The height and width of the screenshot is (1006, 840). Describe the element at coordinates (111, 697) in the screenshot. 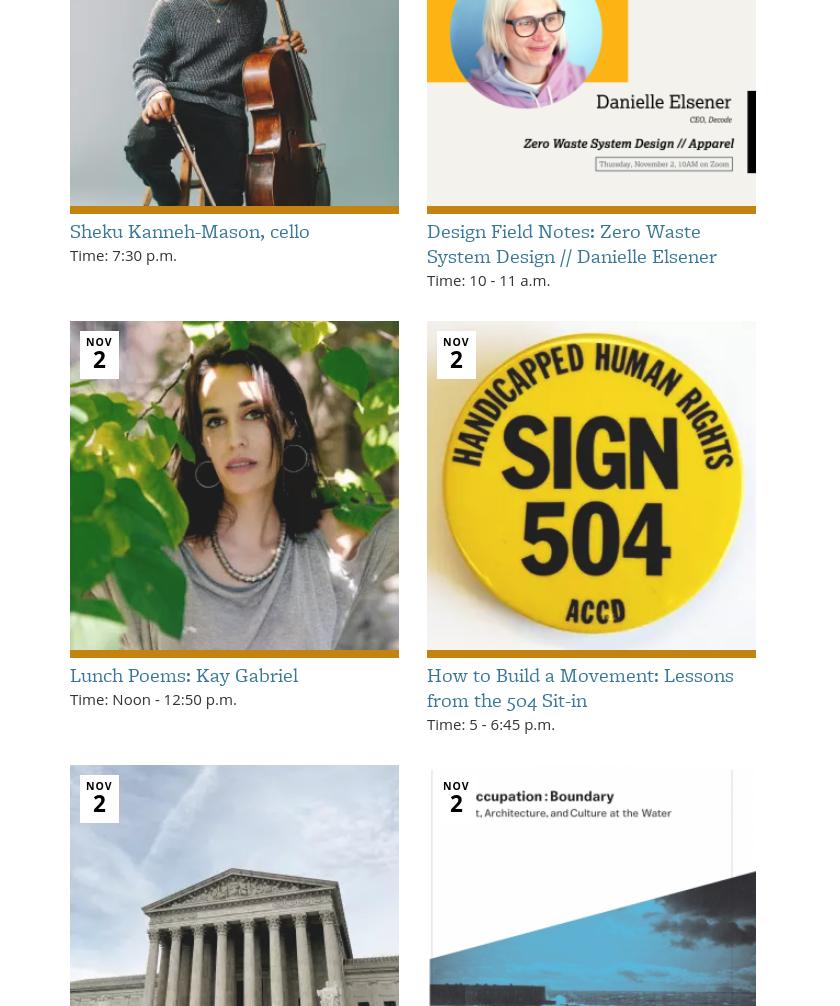

I see `'Time: Noon'` at that location.